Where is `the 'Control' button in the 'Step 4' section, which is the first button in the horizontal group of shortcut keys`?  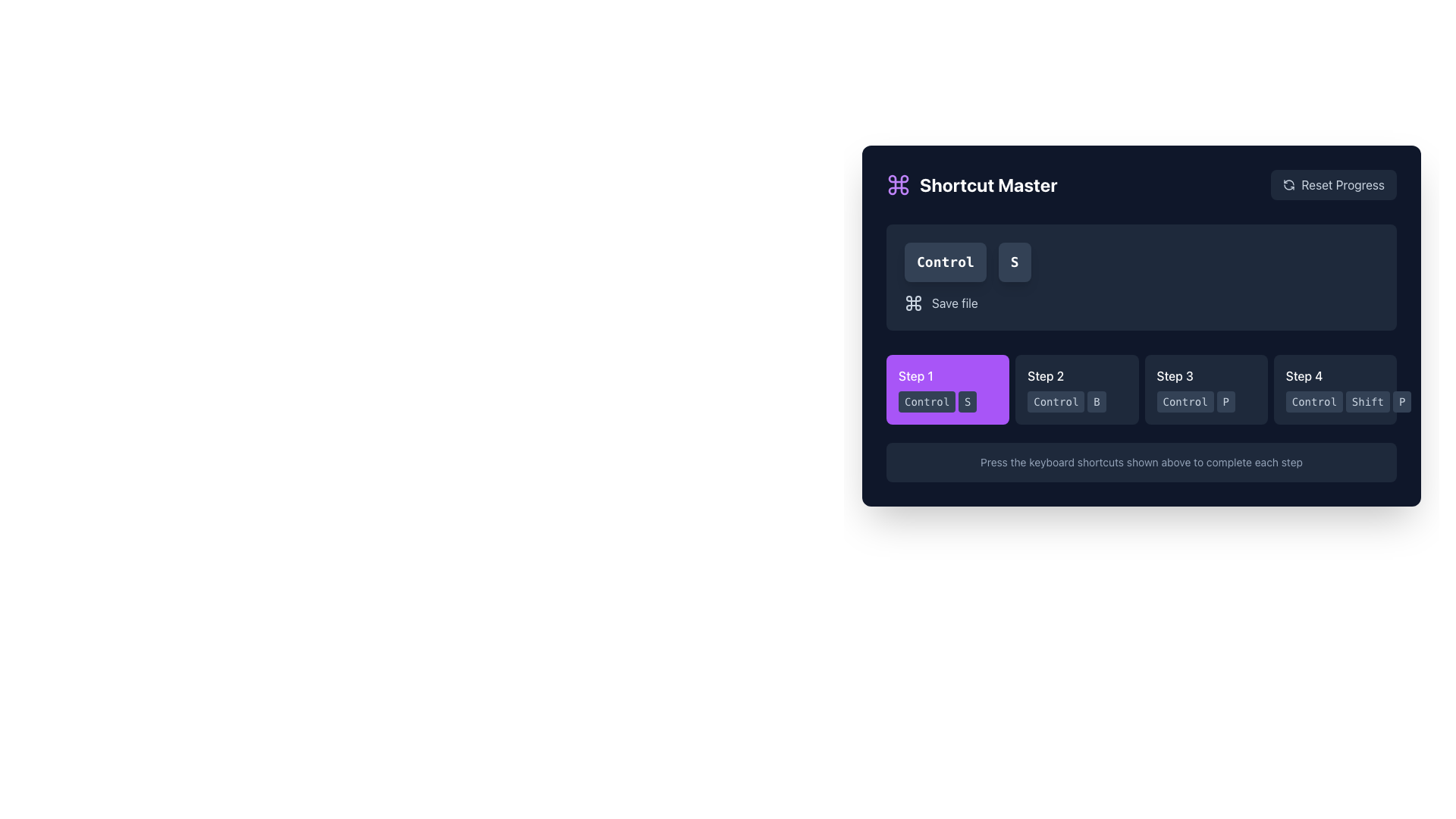
the 'Control' button in the 'Step 4' section, which is the first button in the horizontal group of shortcut keys is located at coordinates (1313, 400).